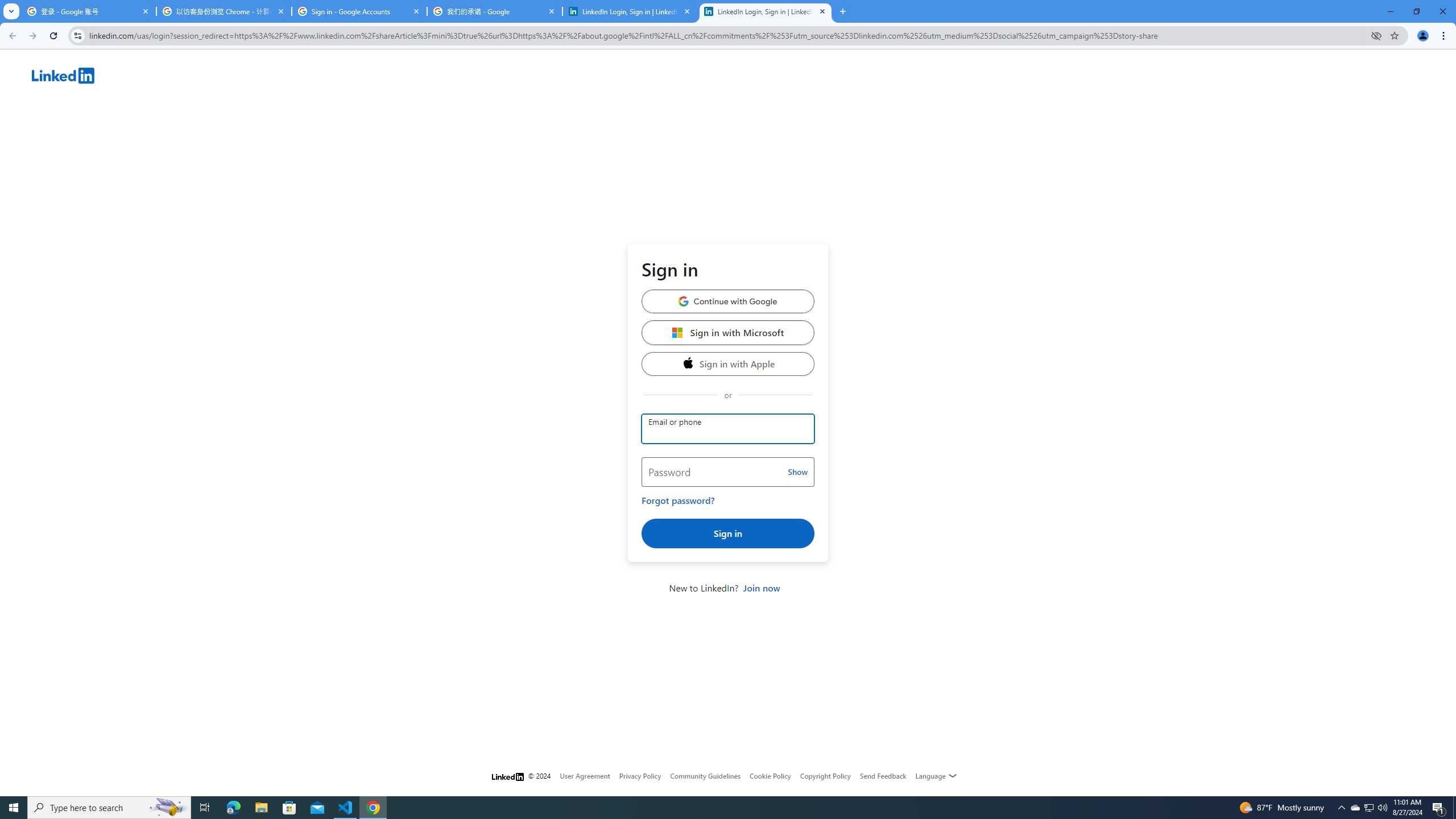 This screenshot has height=819, width=1456. Describe the element at coordinates (728, 332) in the screenshot. I see `'Sign in with Microsoft'` at that location.